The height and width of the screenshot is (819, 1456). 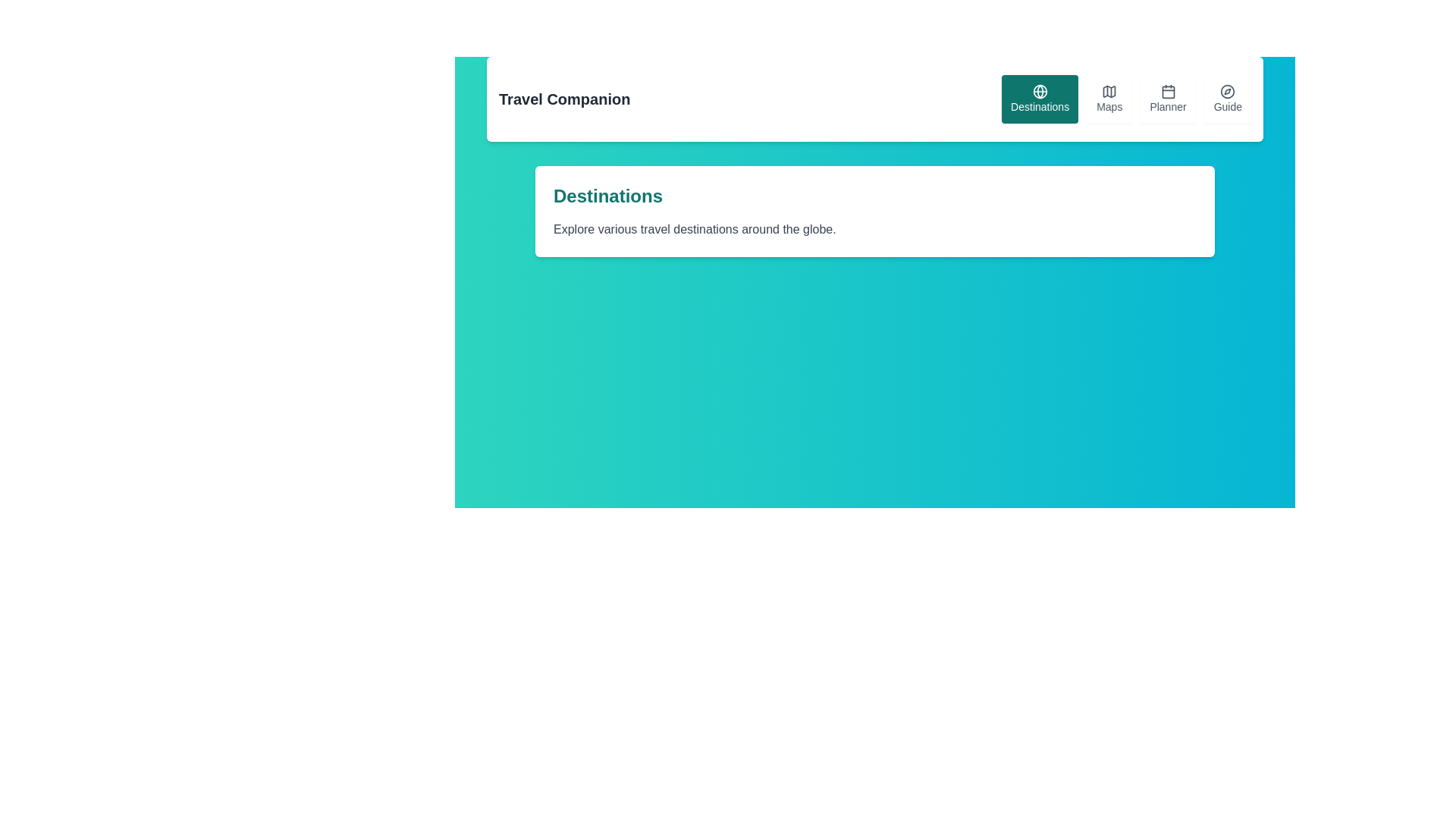 I want to click on the navigation button located at the top-right corner of the layout, adjacent to 'Planner', so click(x=1228, y=106).